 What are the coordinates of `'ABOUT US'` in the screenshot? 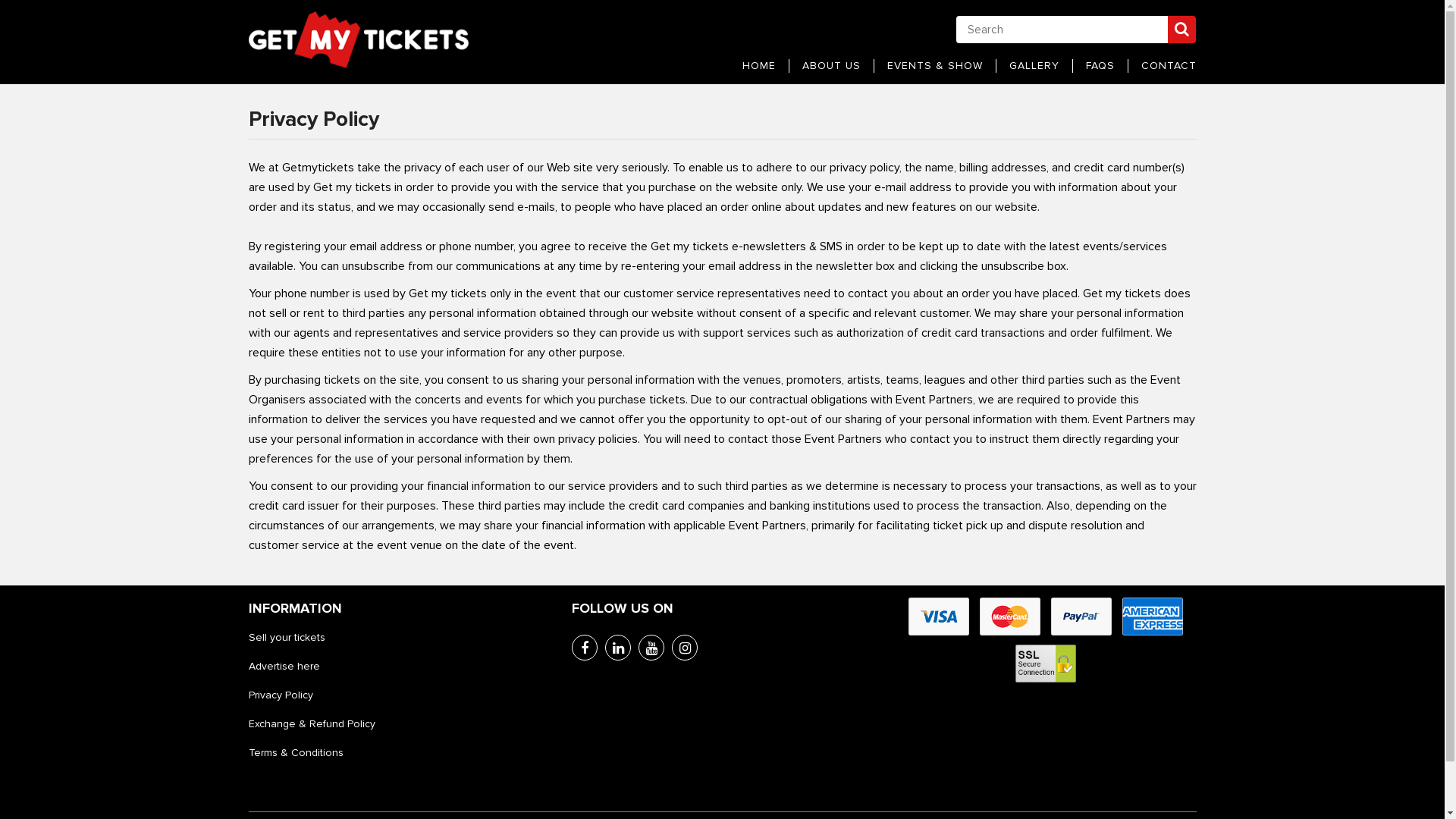 It's located at (830, 65).